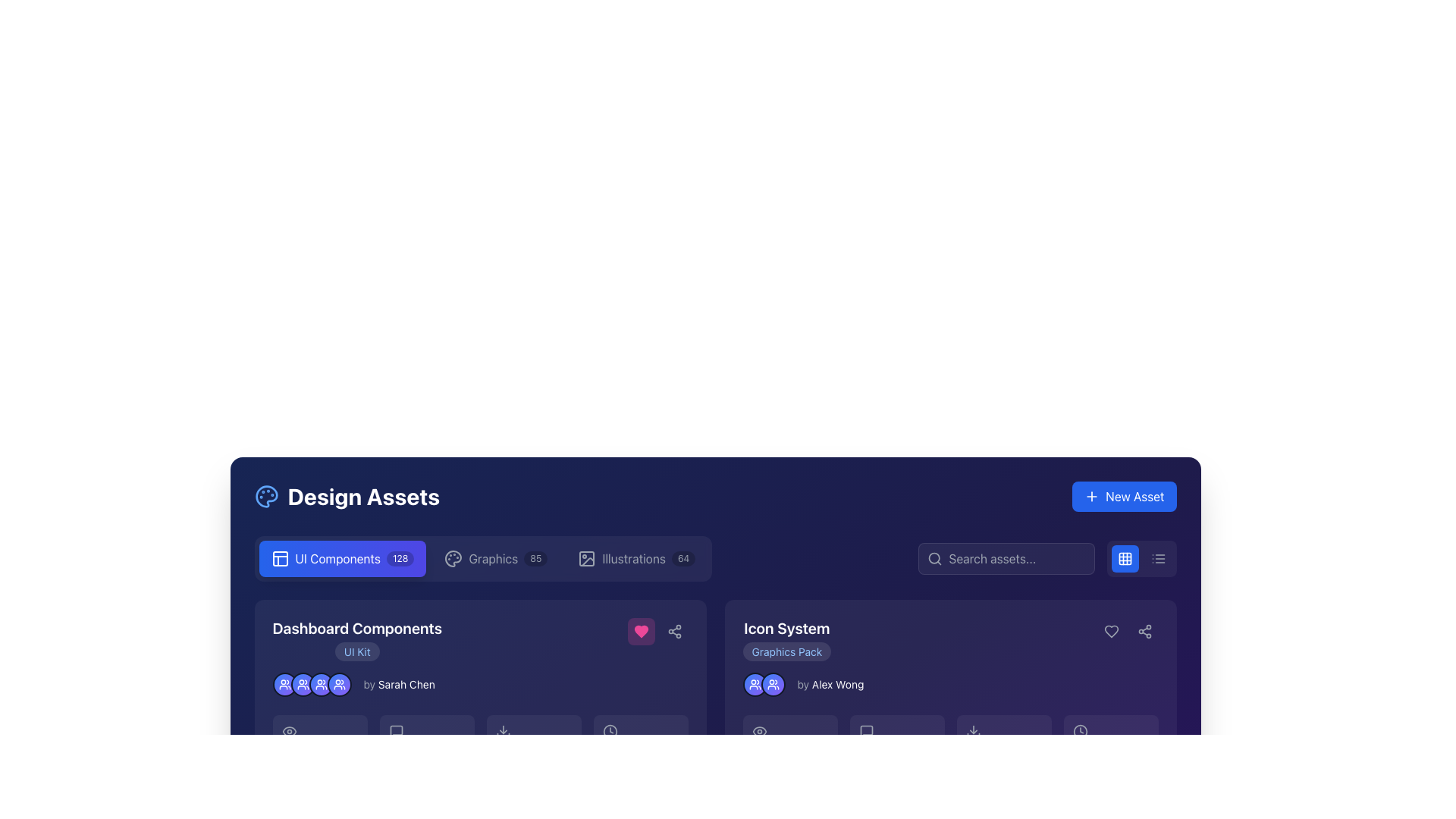  I want to click on the Text Label displaying 'Icon System' and 'Graphics Pack', which is located in the right section of the interface beneath the primary navigation bar, so click(786, 639).